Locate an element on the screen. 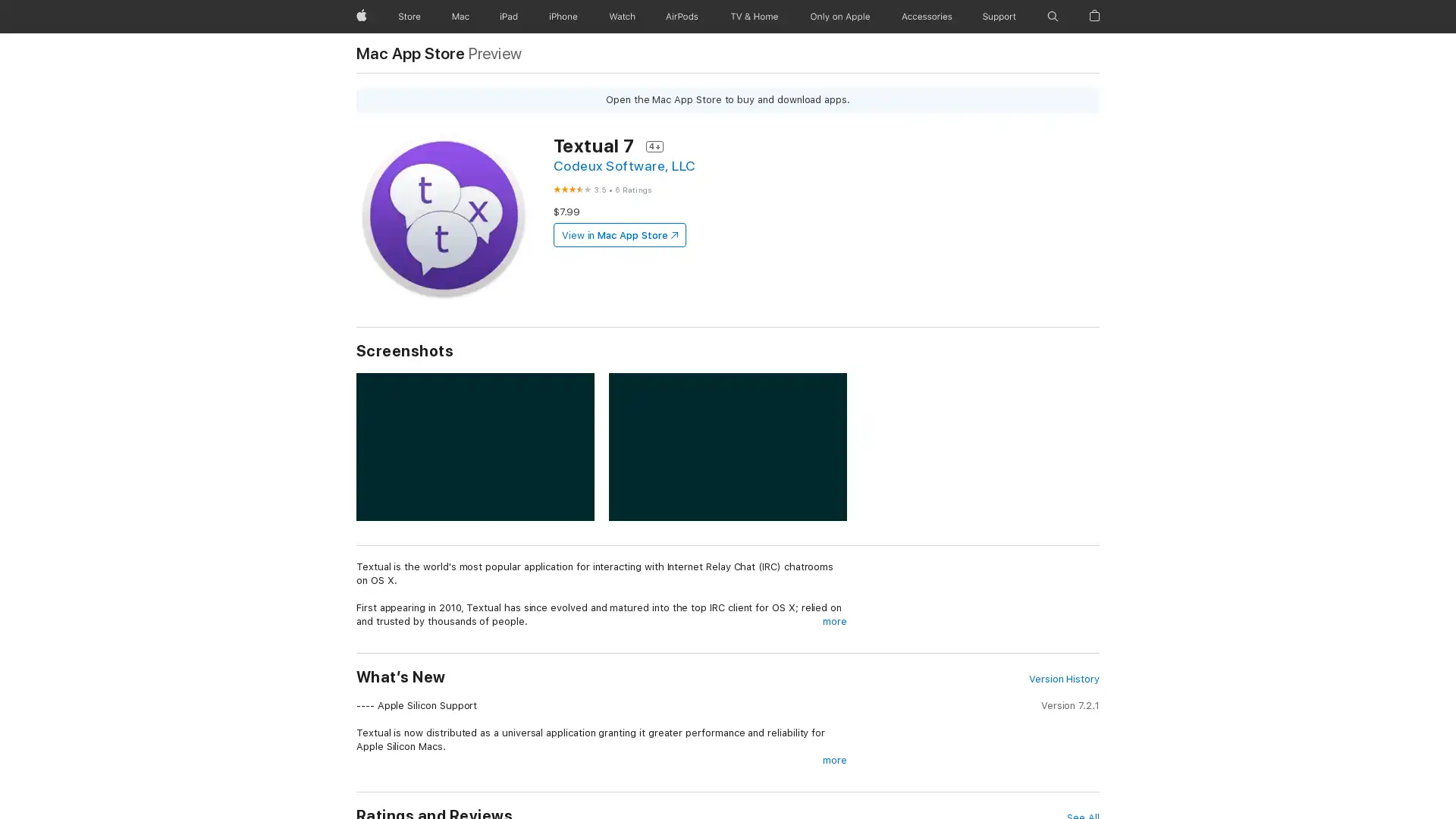 This screenshot has height=819, width=1456. View in Mac App Store is located at coordinates (619, 234).